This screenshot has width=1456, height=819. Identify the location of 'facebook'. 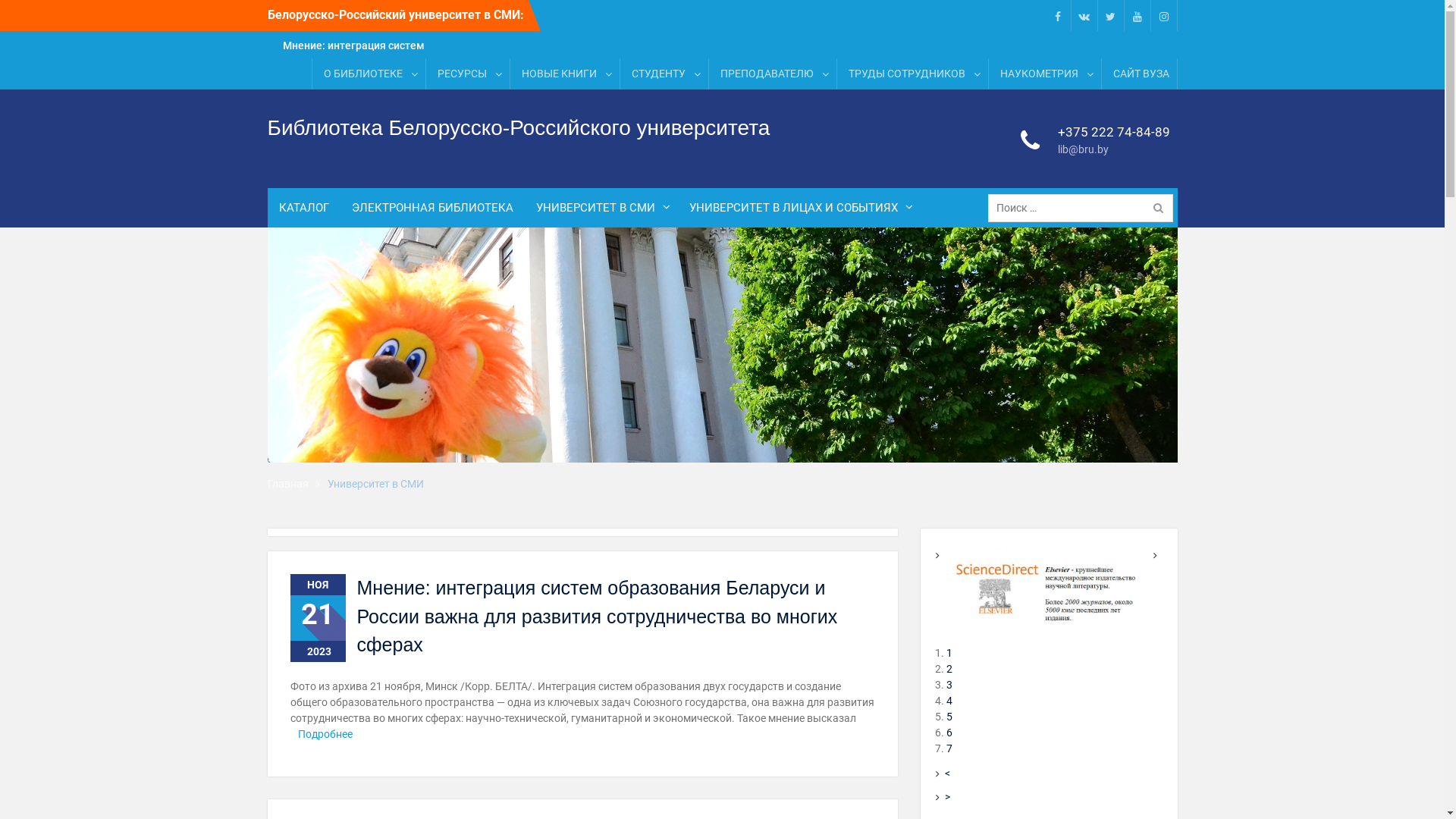
(1056, 15).